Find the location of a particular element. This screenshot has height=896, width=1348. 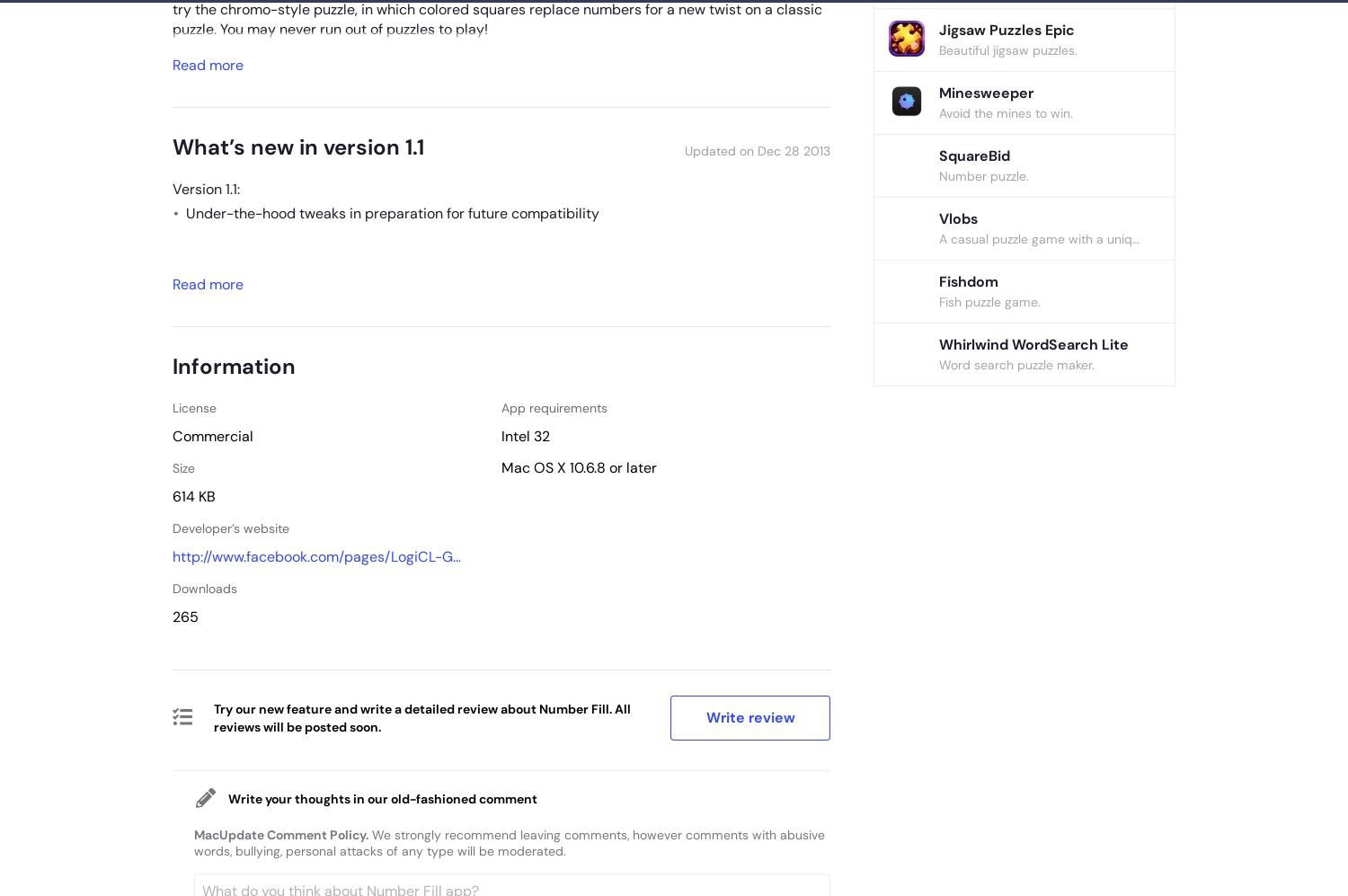

'Avoid the mines to win.' is located at coordinates (1005, 113).